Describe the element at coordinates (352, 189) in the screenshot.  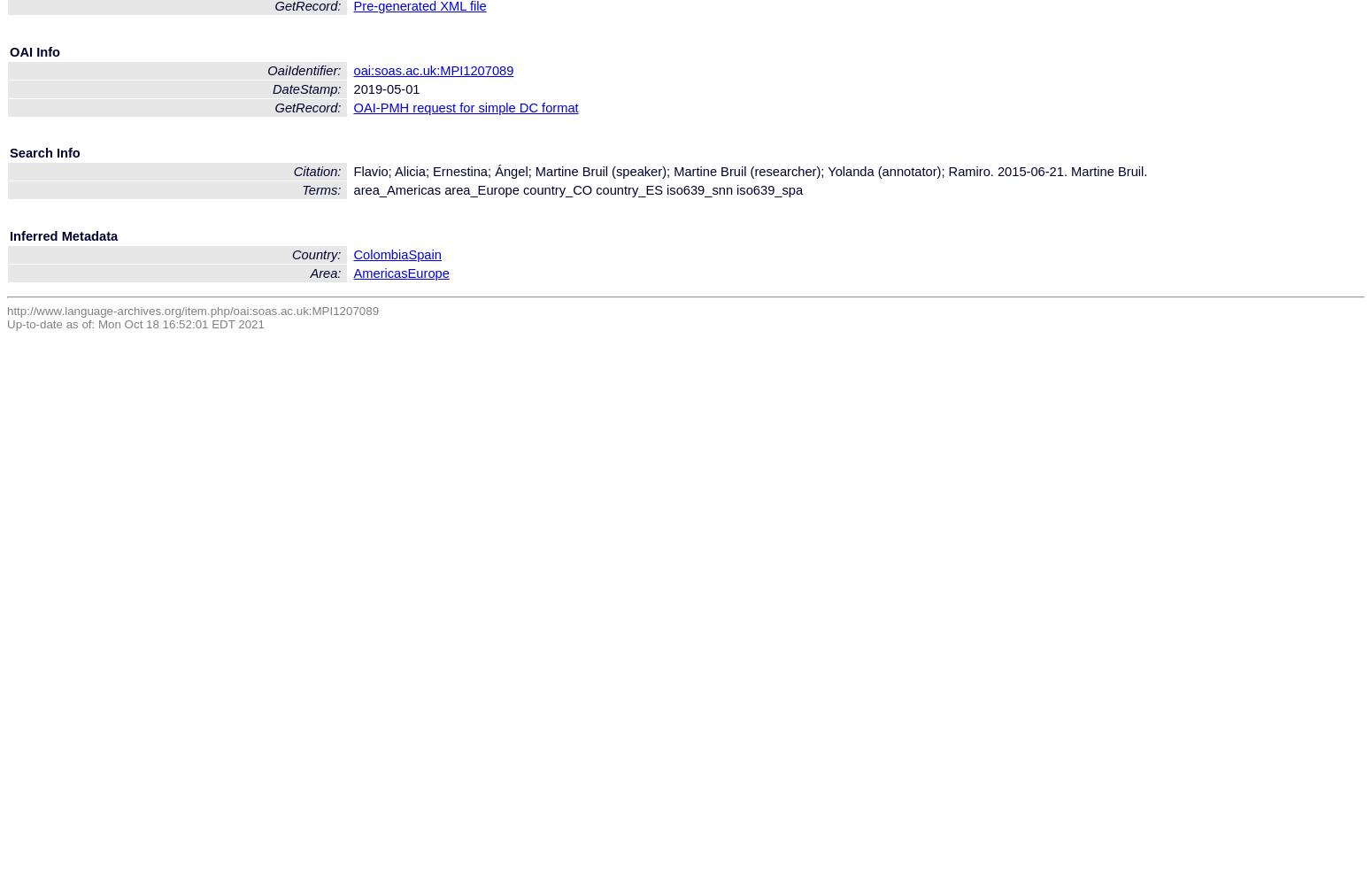
I see `'area_Americas area_Europe country_CO country_ES iso639_snn iso639_spa'` at that location.